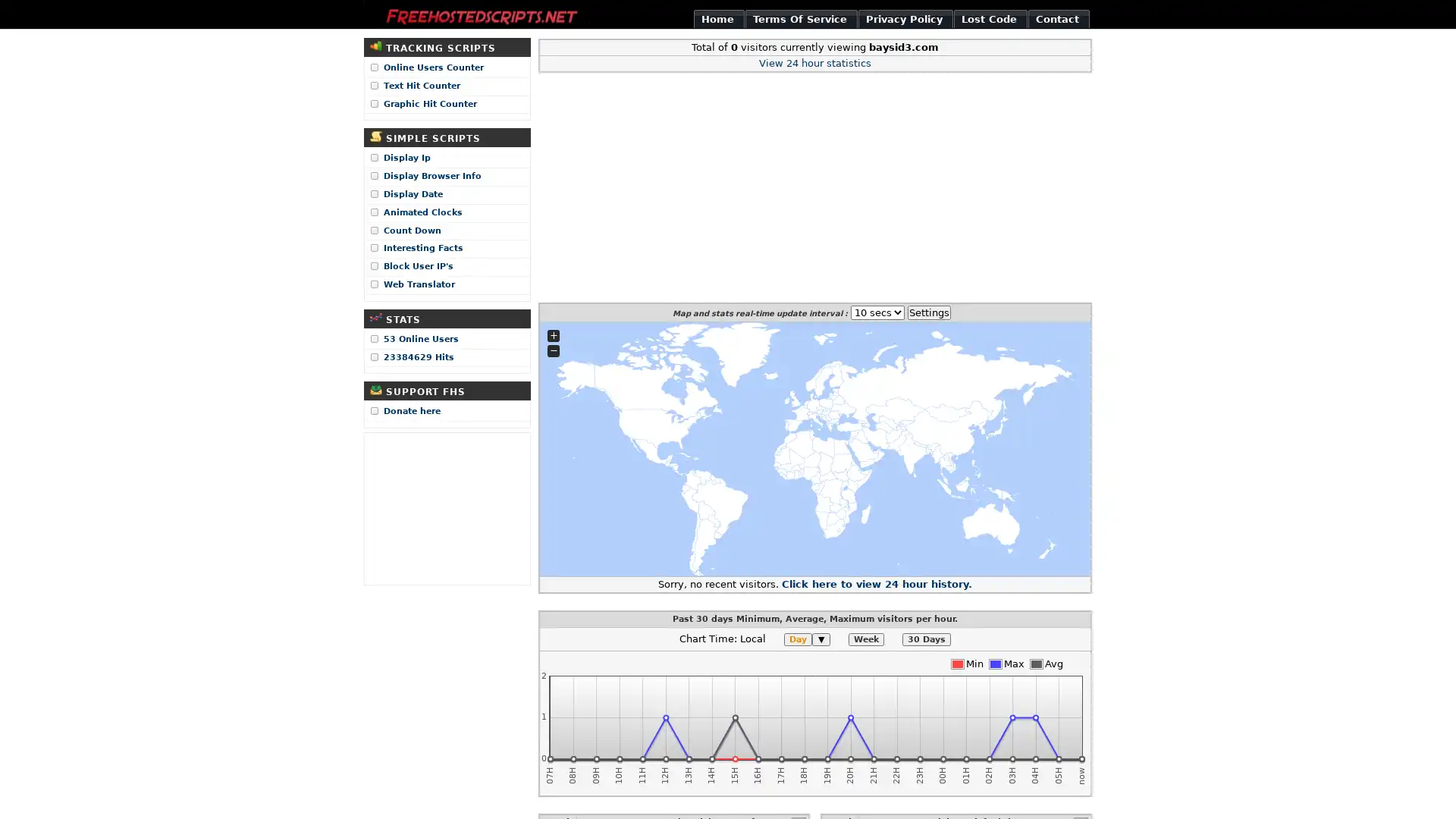 The image size is (1456, 819). Describe the element at coordinates (866, 639) in the screenshot. I see `Week` at that location.